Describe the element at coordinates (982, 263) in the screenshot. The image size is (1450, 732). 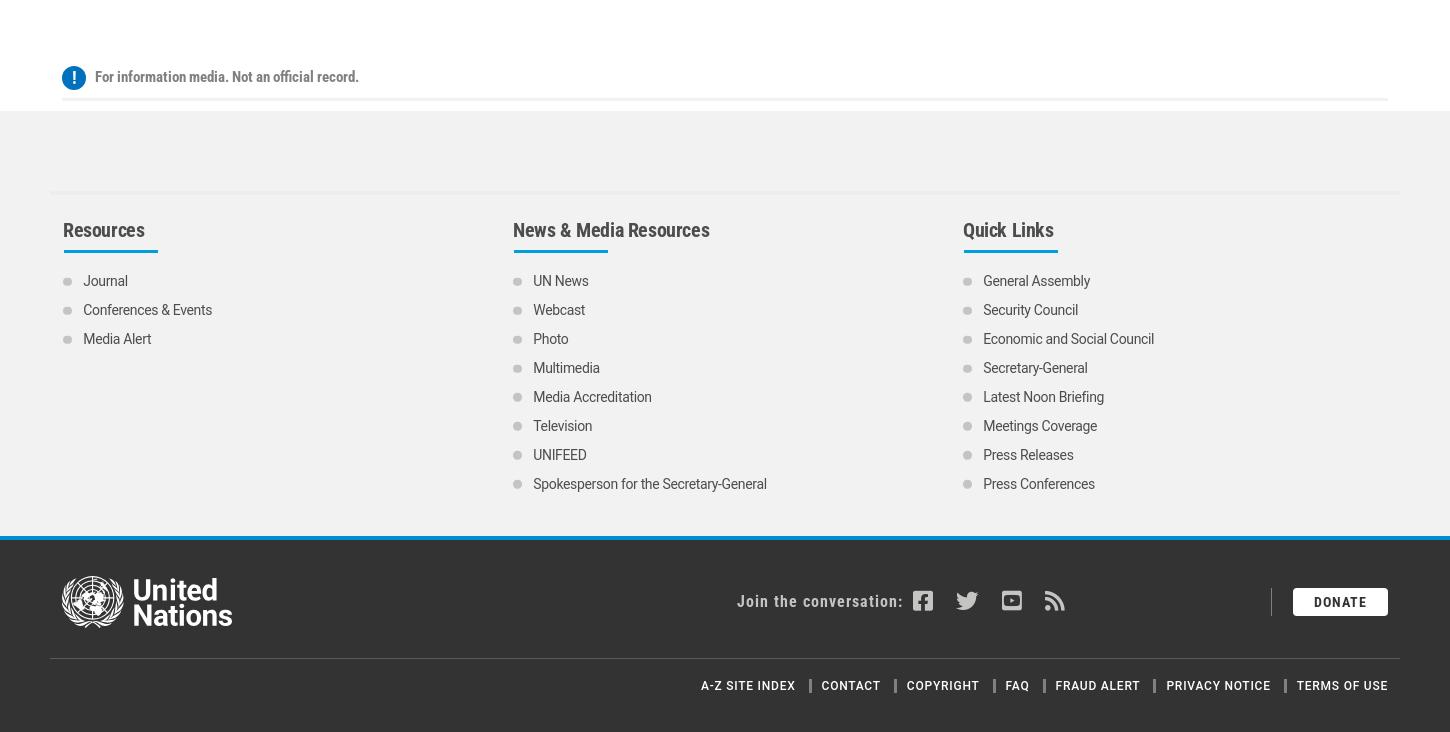
I see `'Press Releases'` at that location.